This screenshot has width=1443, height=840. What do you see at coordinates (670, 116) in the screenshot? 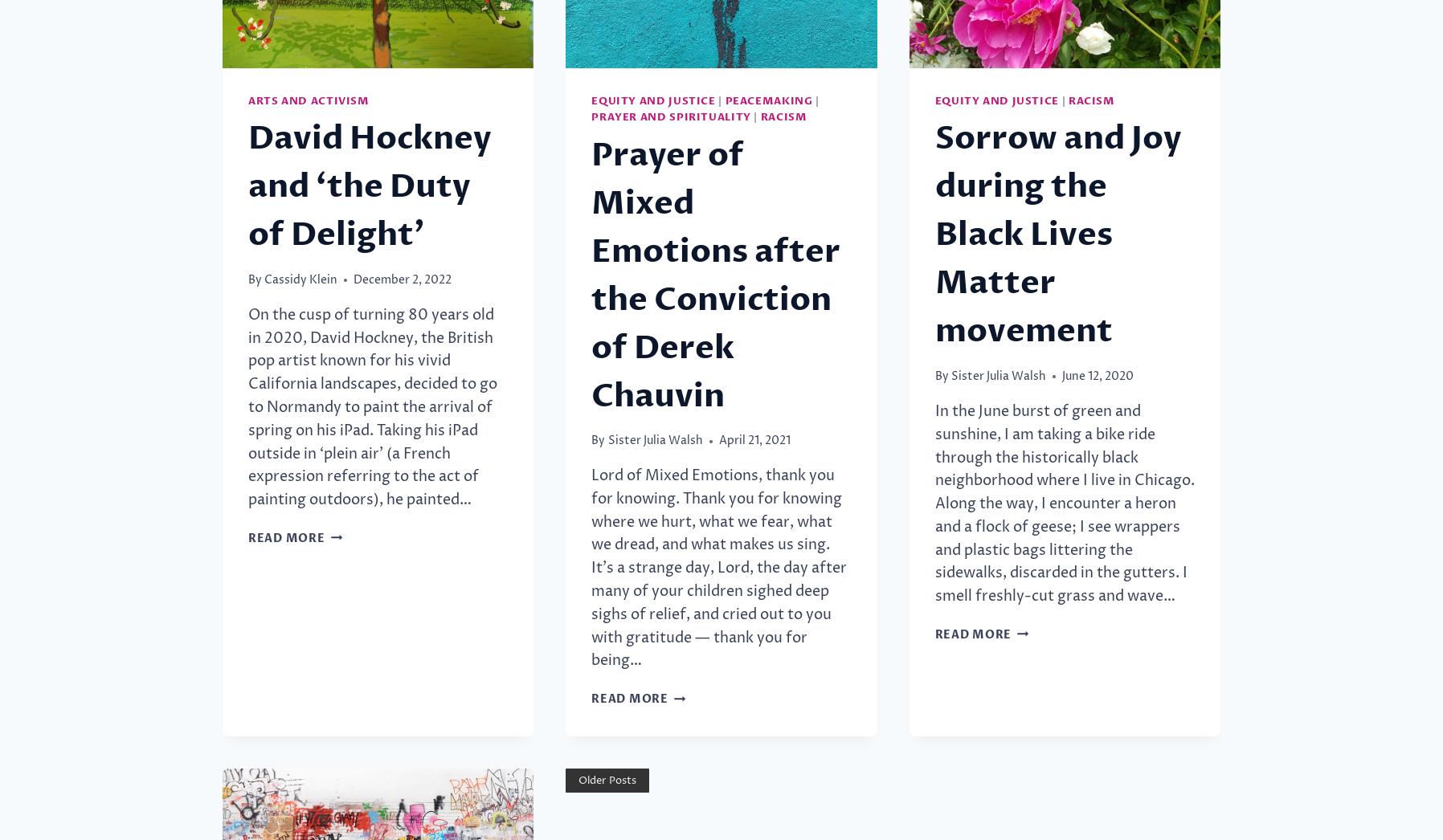
I see `'Prayer and Spirituality'` at bounding box center [670, 116].